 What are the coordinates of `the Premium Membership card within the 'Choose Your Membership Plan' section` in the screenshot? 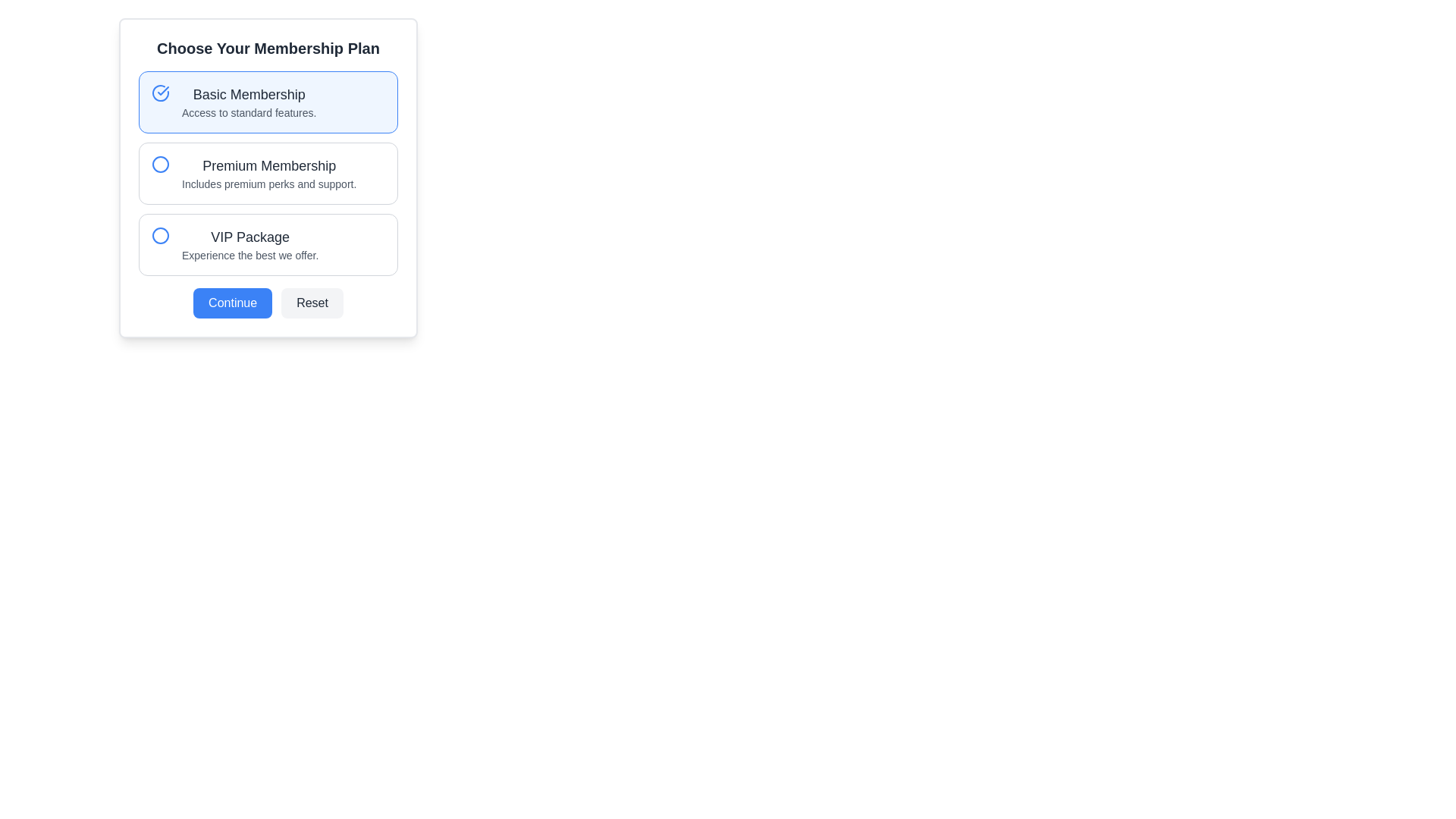 It's located at (268, 177).